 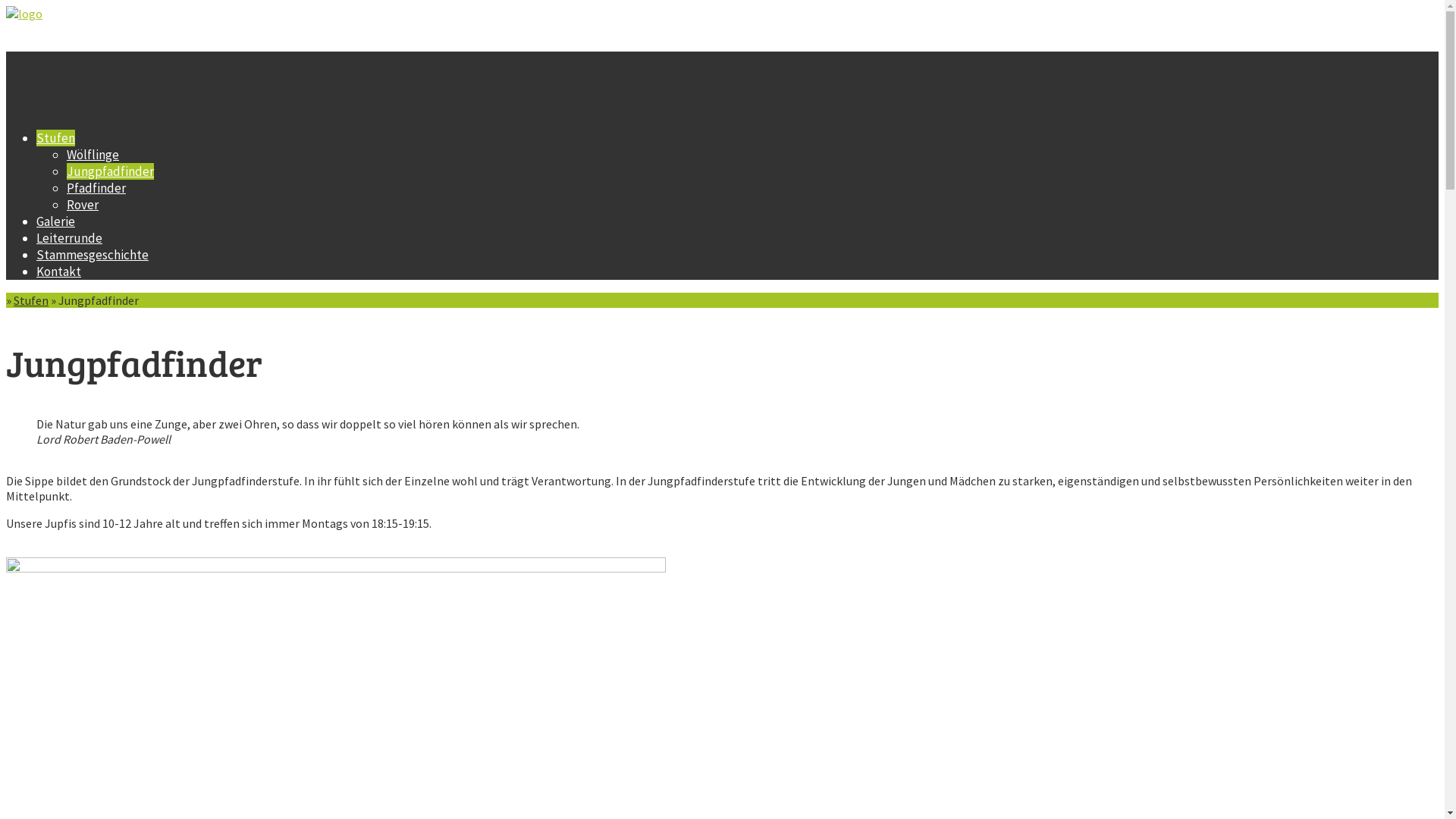 I want to click on 'Kontakt', so click(x=58, y=271).